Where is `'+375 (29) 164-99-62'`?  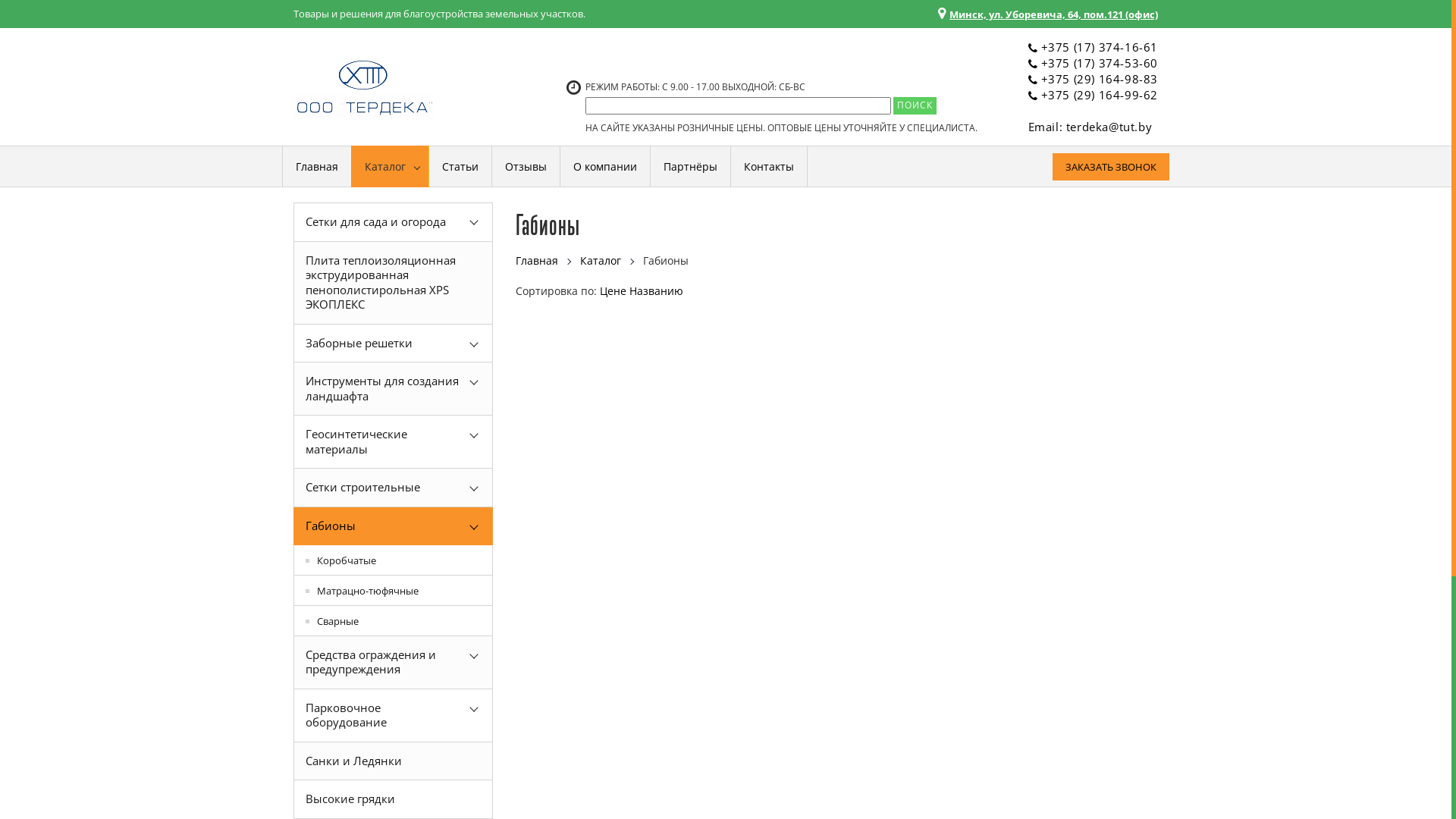
'+375 (29) 164-99-62' is located at coordinates (1040, 94).